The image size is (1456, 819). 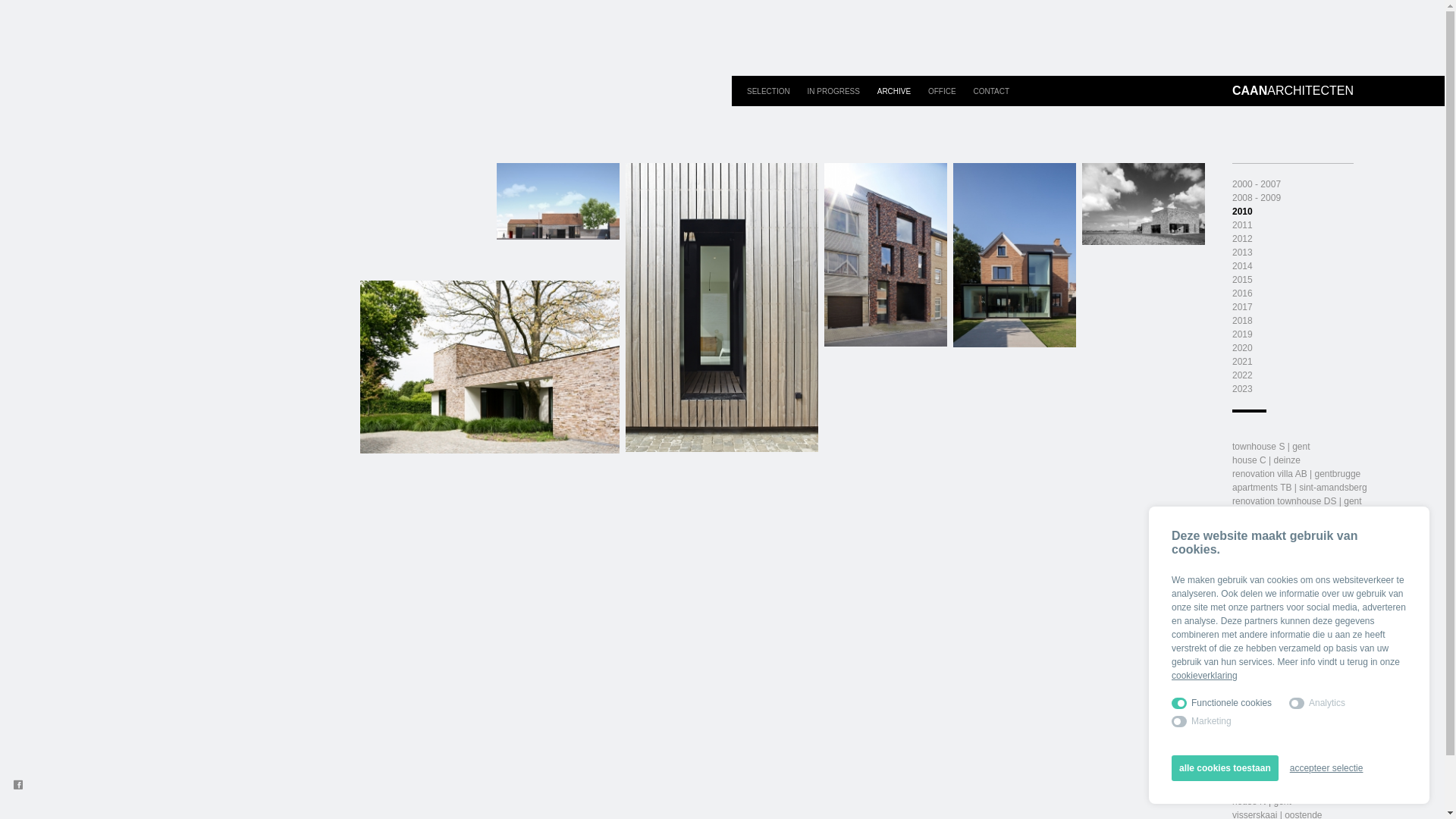 I want to click on 'ARCHIVE', so click(x=894, y=91).